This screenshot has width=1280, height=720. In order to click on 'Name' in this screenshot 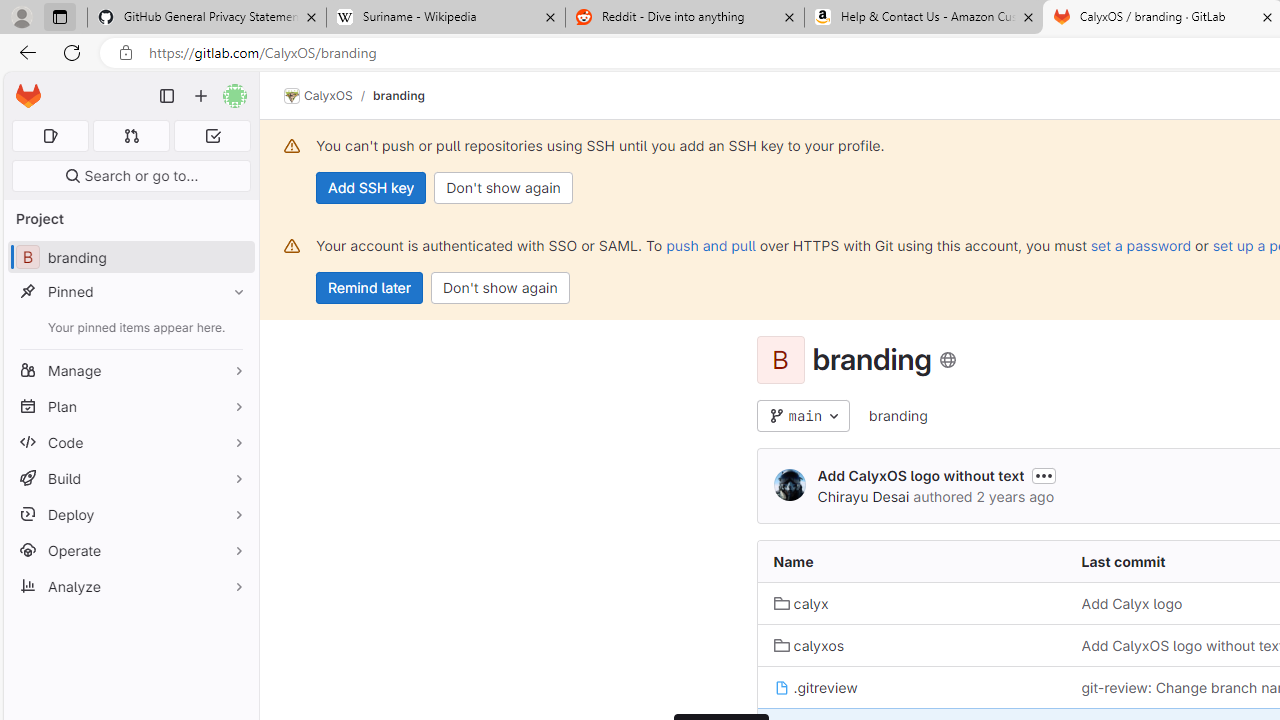, I will do `click(910, 561)`.